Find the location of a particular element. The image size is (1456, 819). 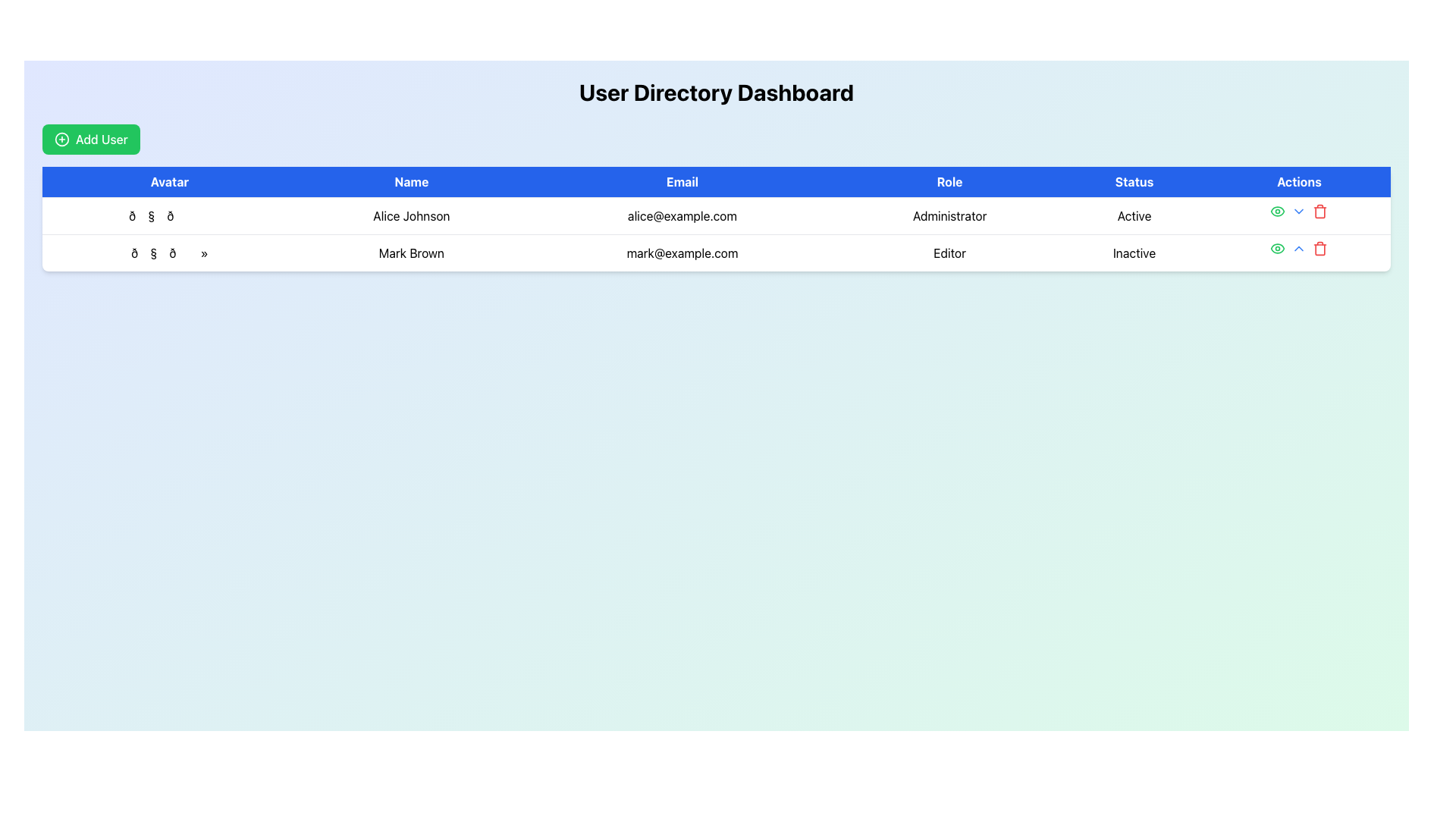

the eye icon button representing the action for user 'Alice Johnson' in the 'Actions' column is located at coordinates (1276, 211).